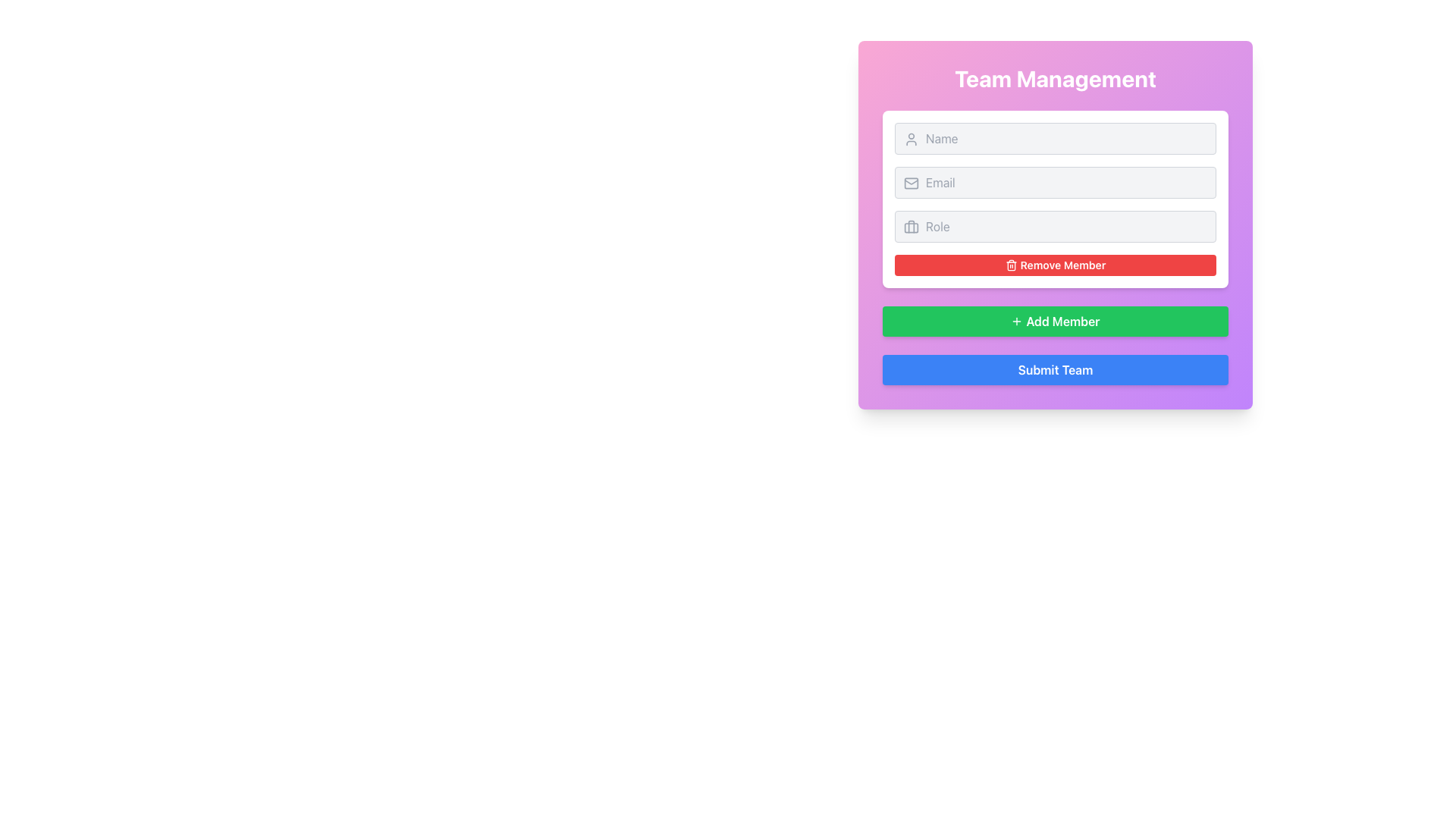 The image size is (1456, 819). Describe the element at coordinates (910, 140) in the screenshot. I see `the 'Name' input indicator icon located at the top-left corner of the input field to visually indicate the expected input type` at that location.